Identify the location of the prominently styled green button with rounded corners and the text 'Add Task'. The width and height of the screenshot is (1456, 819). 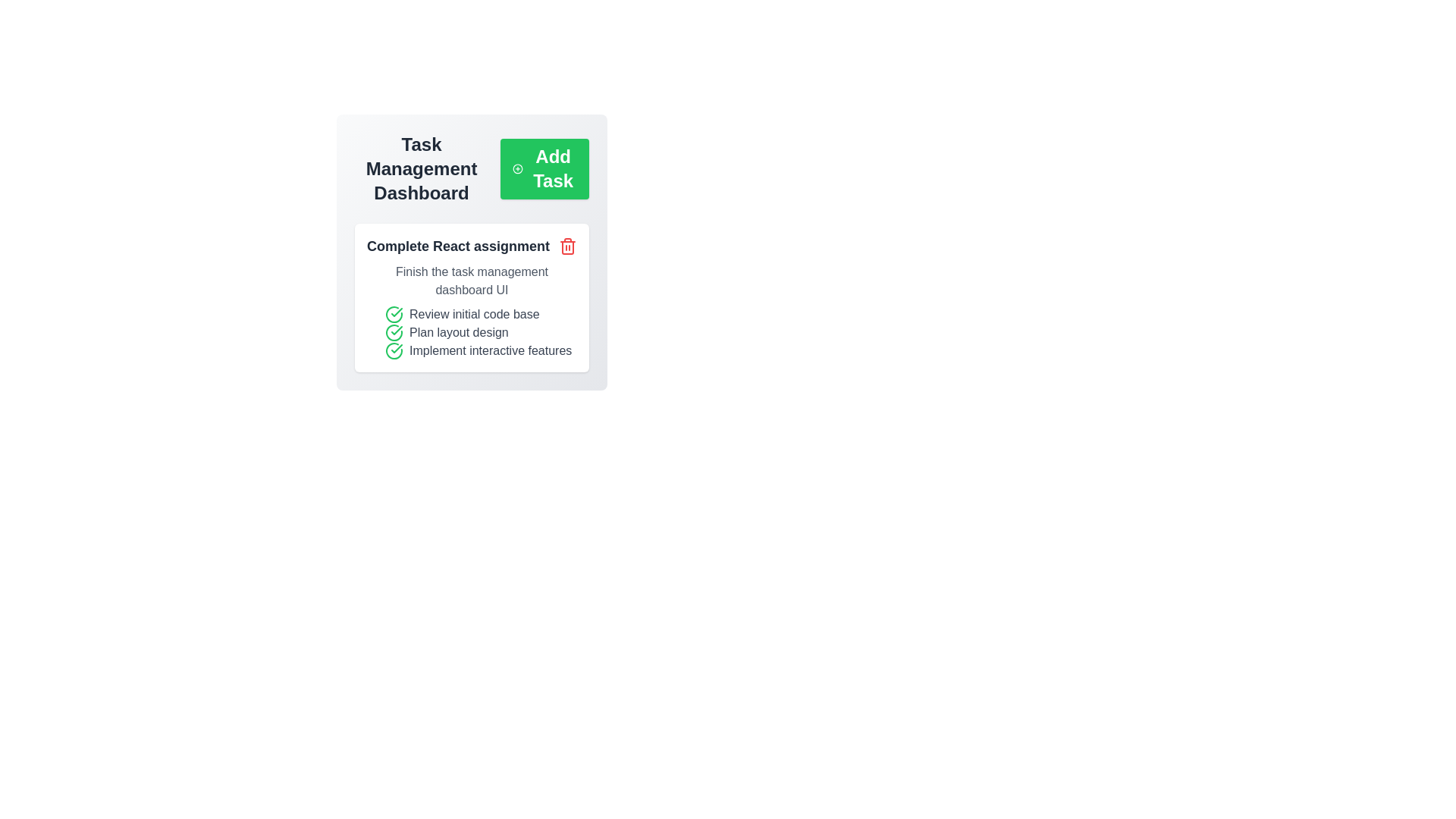
(544, 169).